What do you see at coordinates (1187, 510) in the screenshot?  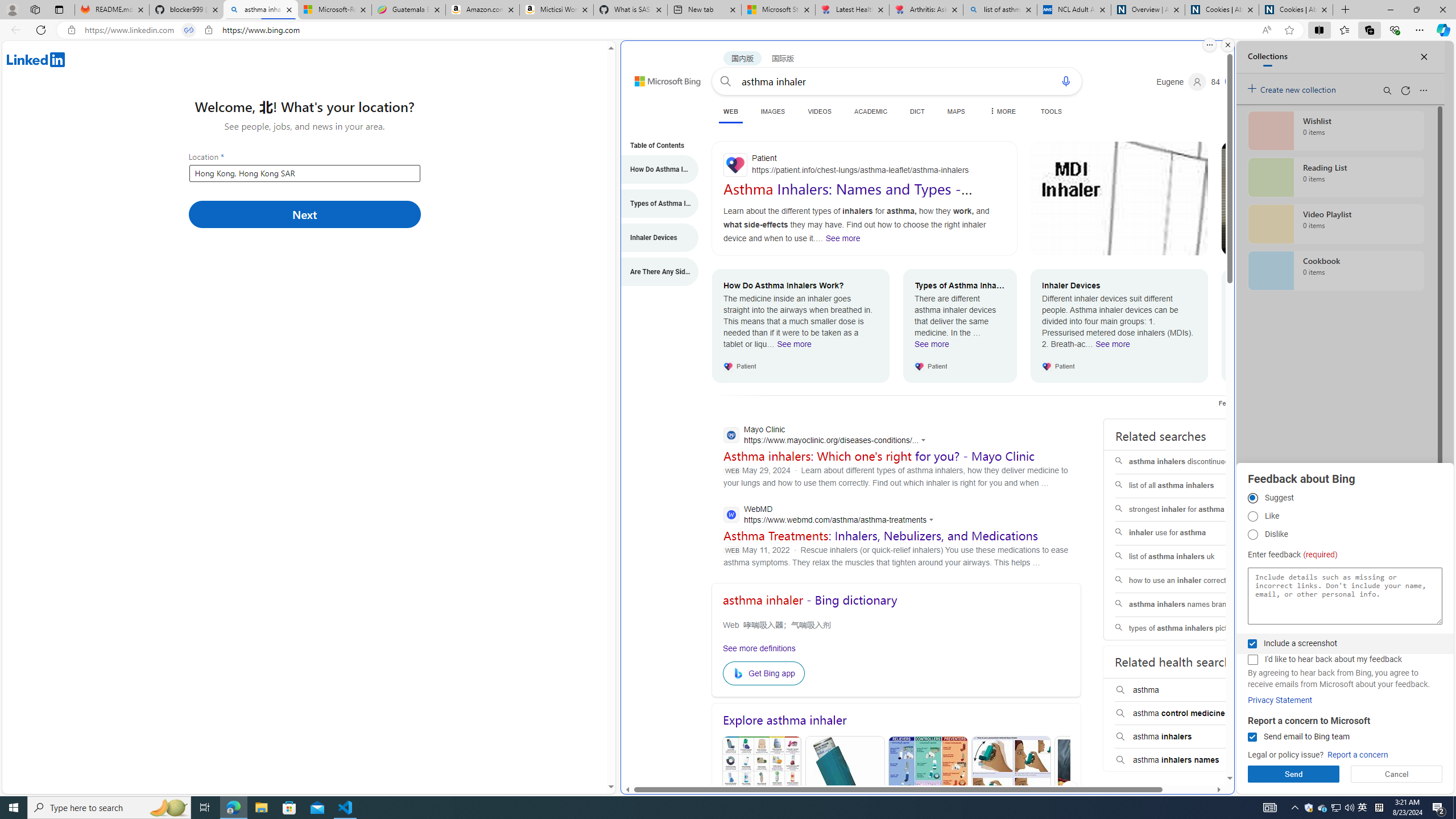 I see `'strongest inhaler for asthma'` at bounding box center [1187, 510].